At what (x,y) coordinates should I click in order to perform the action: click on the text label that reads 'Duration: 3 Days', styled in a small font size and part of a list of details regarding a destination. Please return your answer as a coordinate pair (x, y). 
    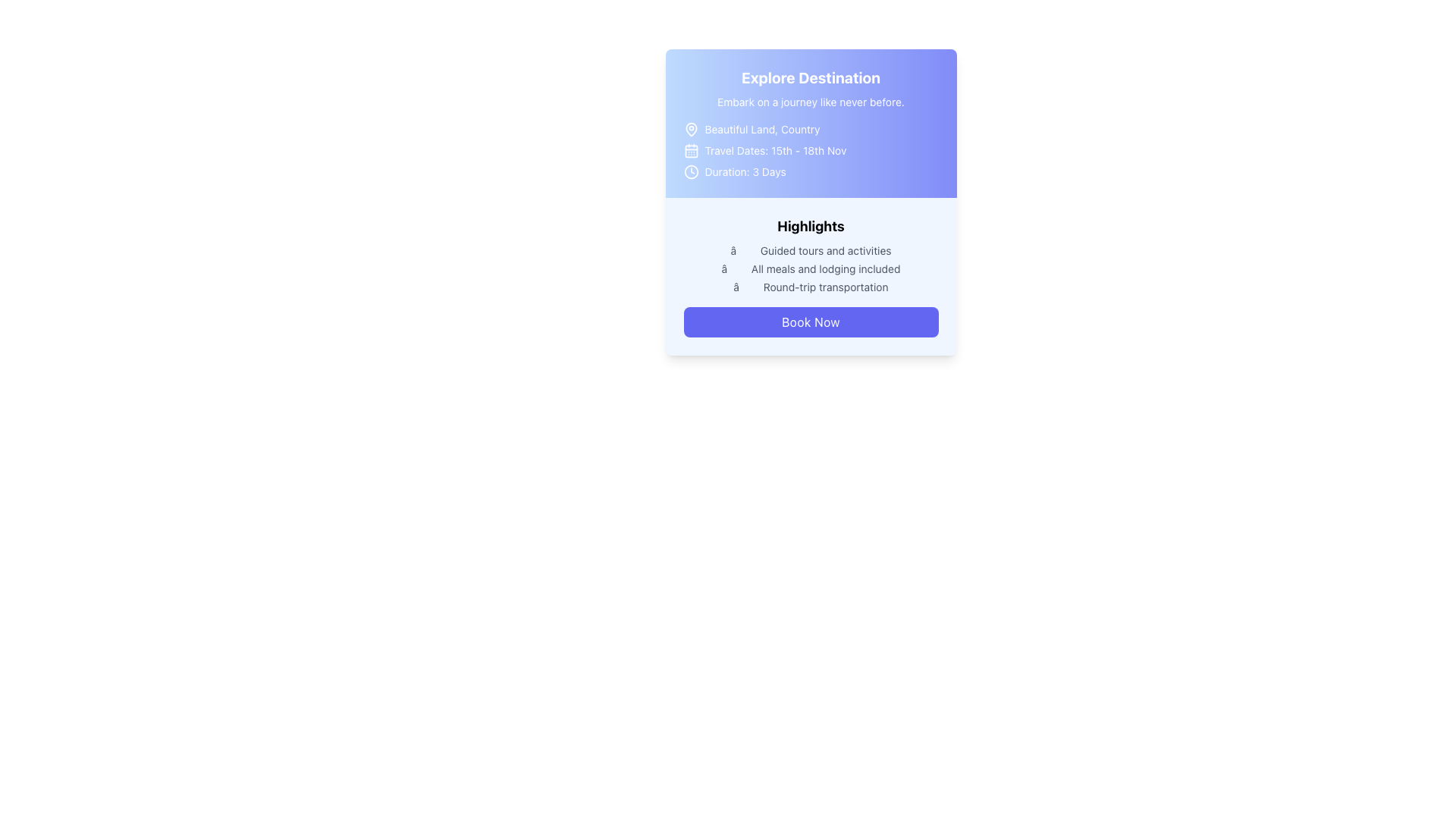
    Looking at the image, I should click on (745, 171).